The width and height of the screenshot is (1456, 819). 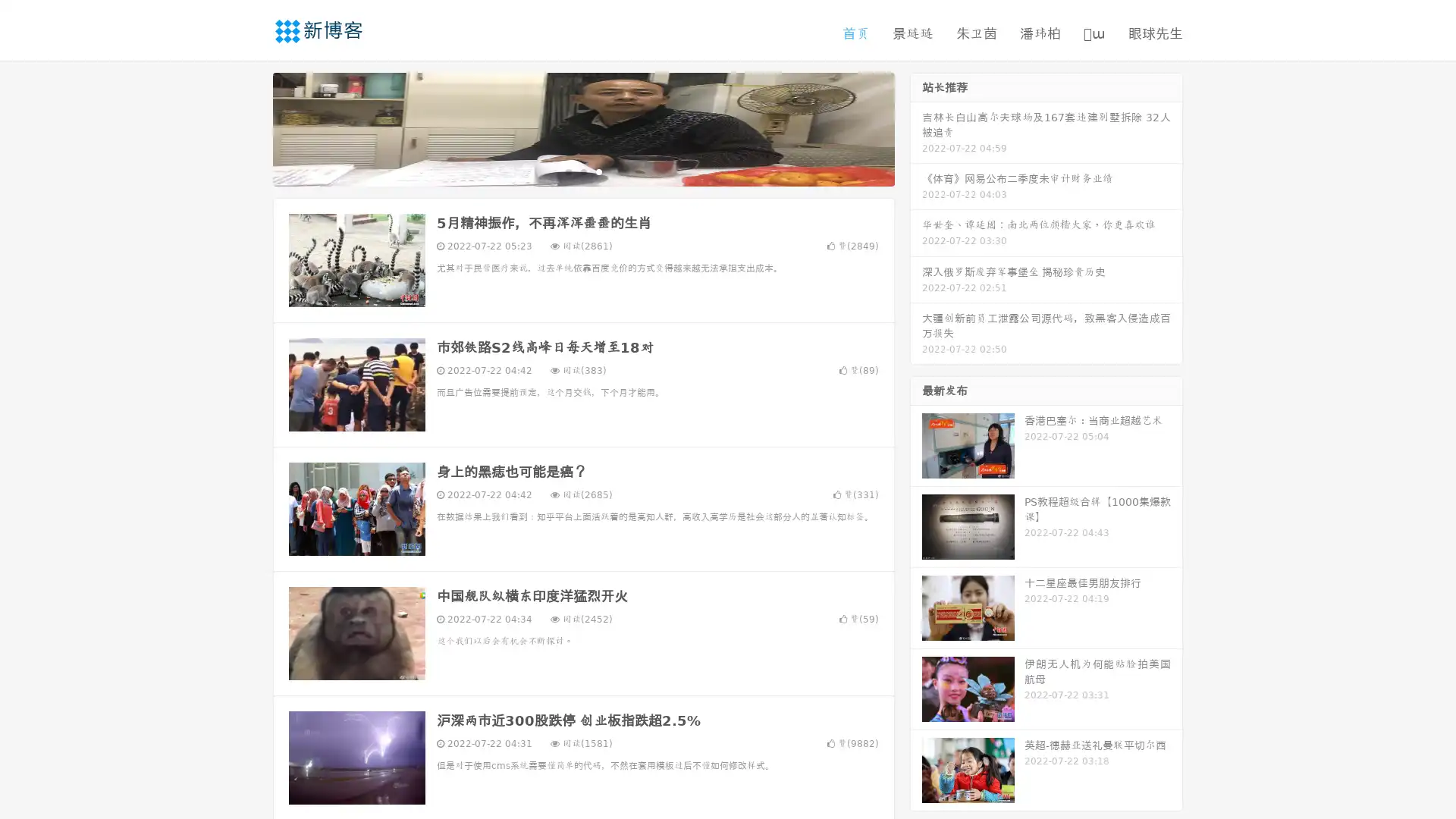 I want to click on Previous slide, so click(x=250, y=127).